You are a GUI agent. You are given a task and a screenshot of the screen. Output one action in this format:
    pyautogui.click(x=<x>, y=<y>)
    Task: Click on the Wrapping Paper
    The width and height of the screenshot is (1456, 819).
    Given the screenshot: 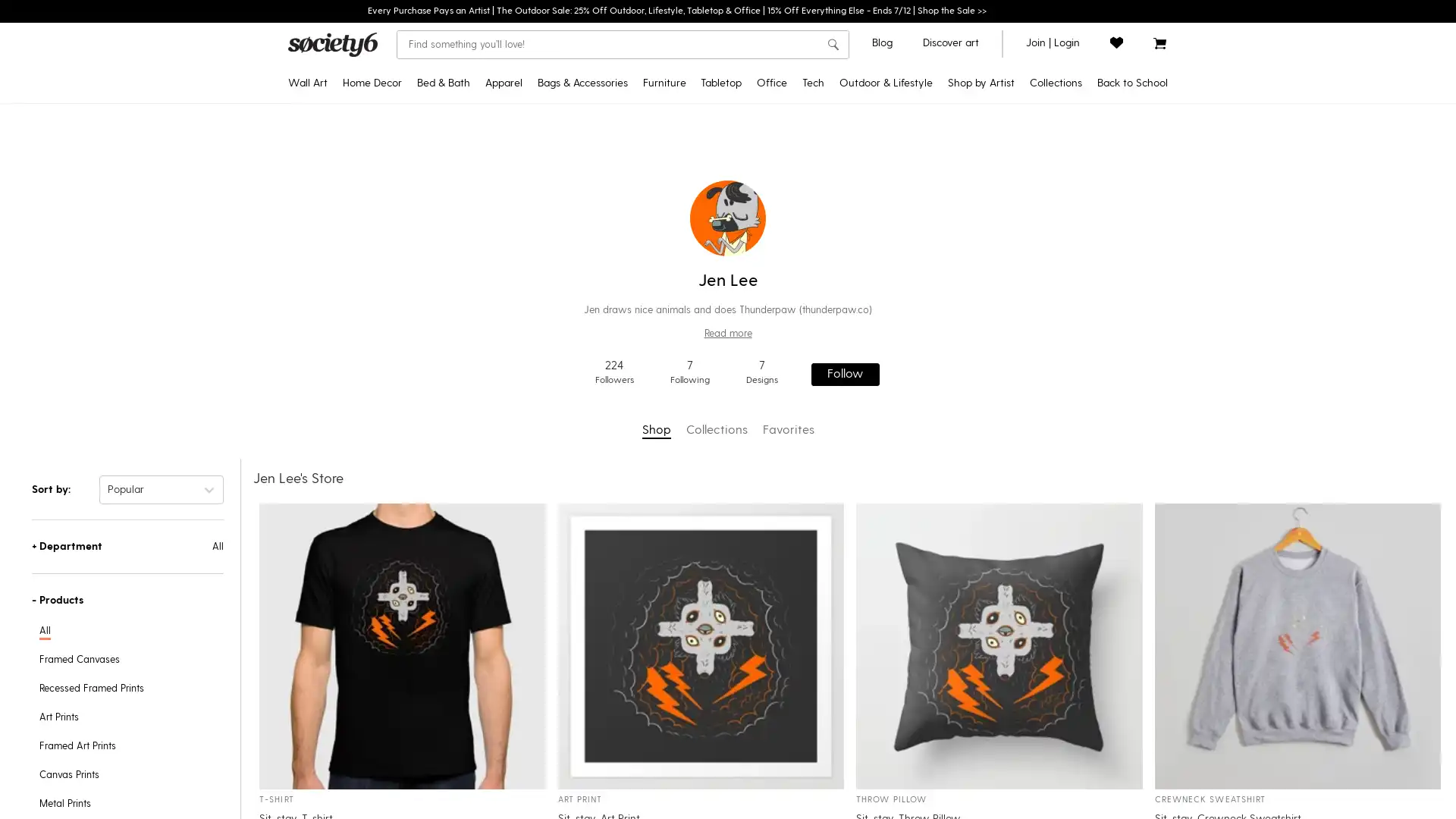 What is the action you would take?
    pyautogui.click(x=809, y=293)
    